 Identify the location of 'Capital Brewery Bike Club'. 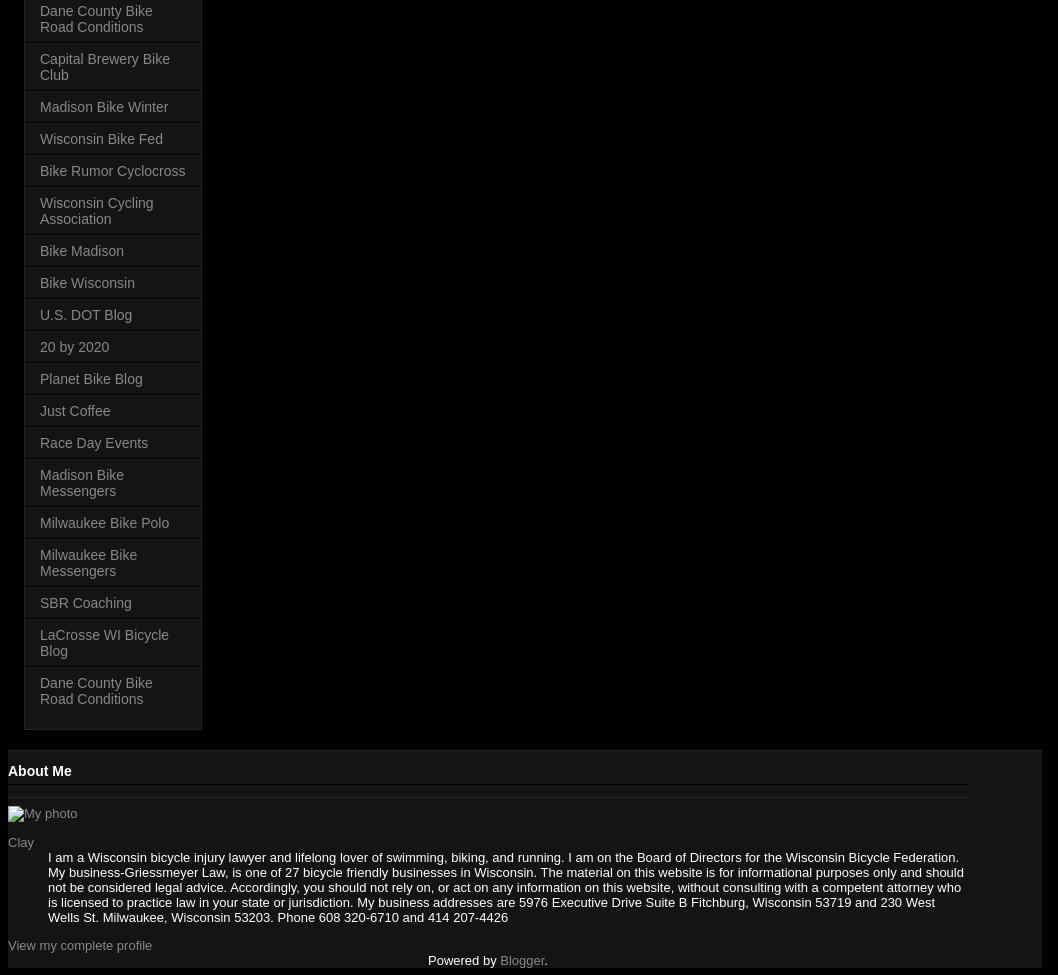
(103, 66).